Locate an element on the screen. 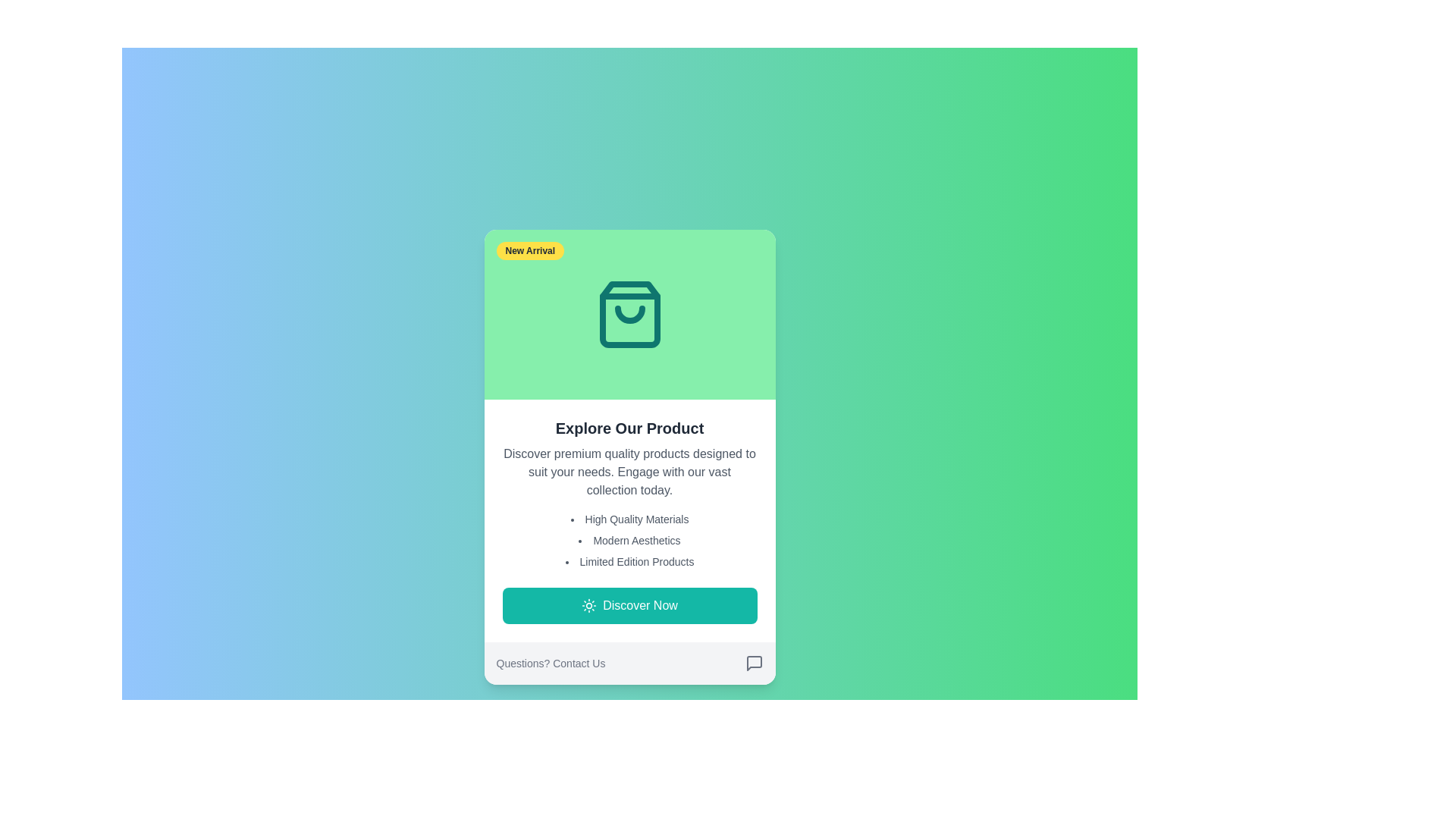 Image resolution: width=1456 pixels, height=819 pixels. the list of key features located in the middle of the interface card, positioned below the descriptive paragraph and above the 'Discover Now' button is located at coordinates (629, 540).